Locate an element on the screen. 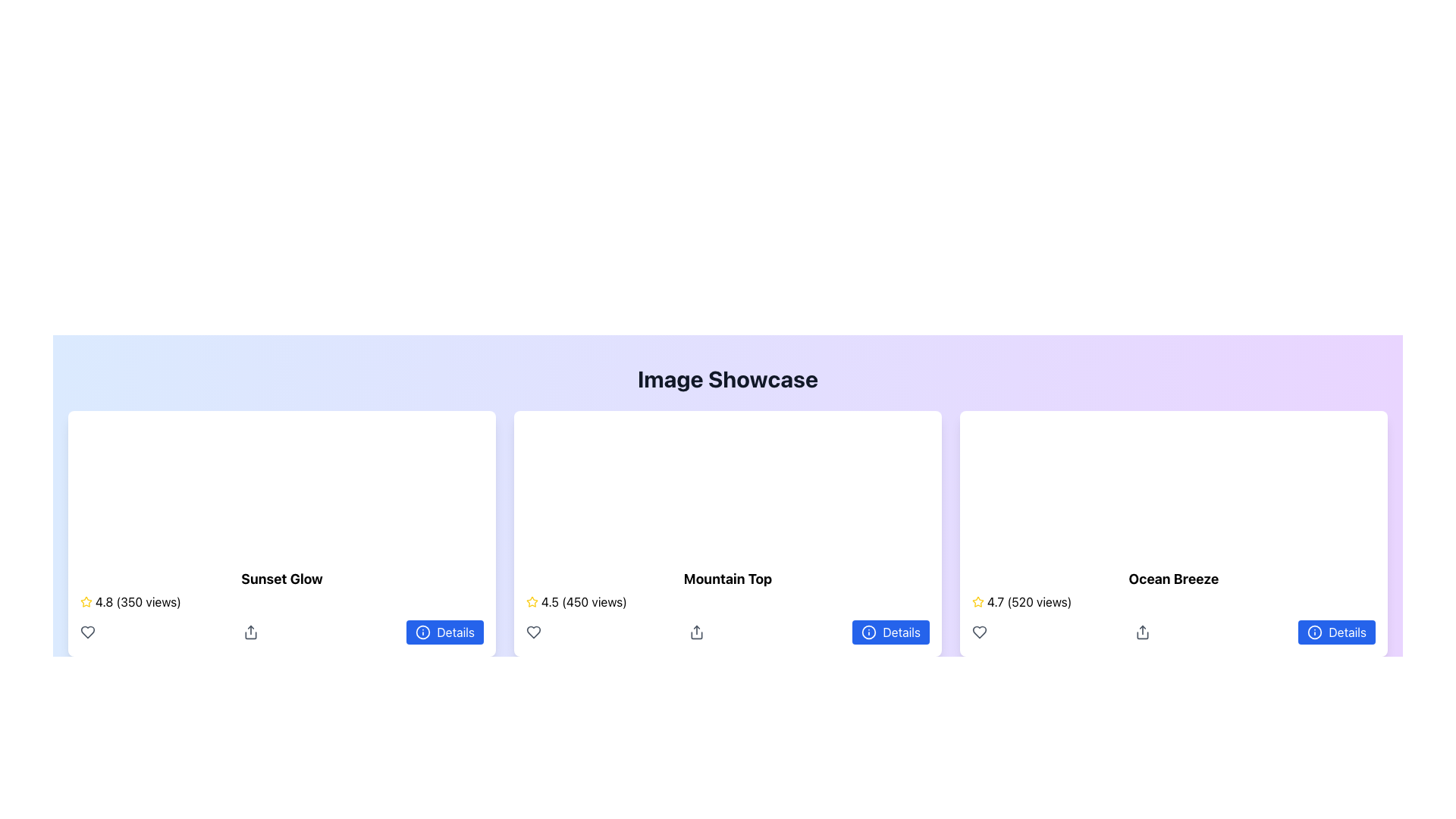  the star rating icon representing 4.5 stars located beneath the 'Mountain Top' image card as the first icon in the rating set is located at coordinates (532, 601).